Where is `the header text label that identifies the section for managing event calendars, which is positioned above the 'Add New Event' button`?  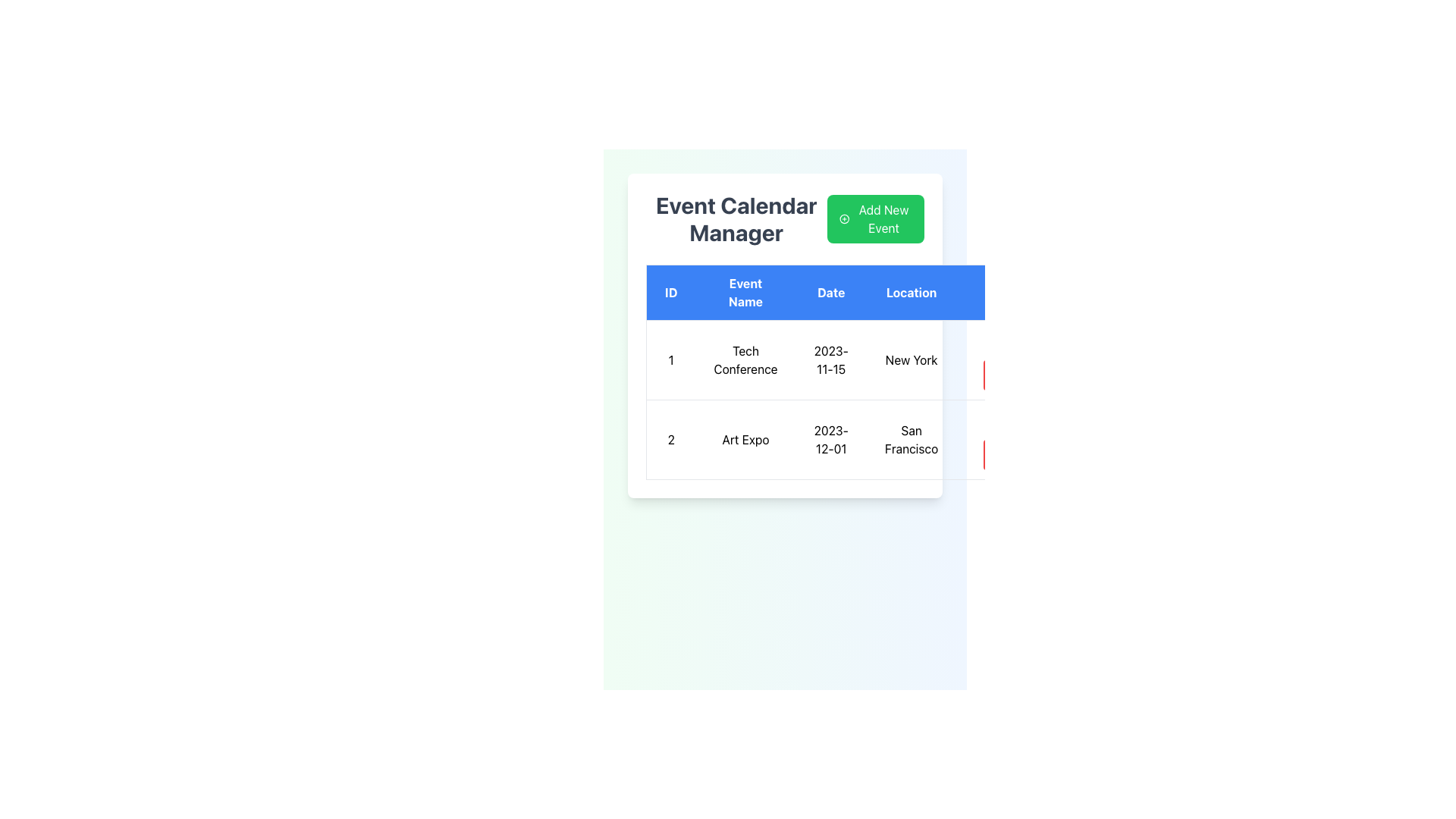 the header text label that identifies the section for managing event calendars, which is positioned above the 'Add New Event' button is located at coordinates (736, 219).